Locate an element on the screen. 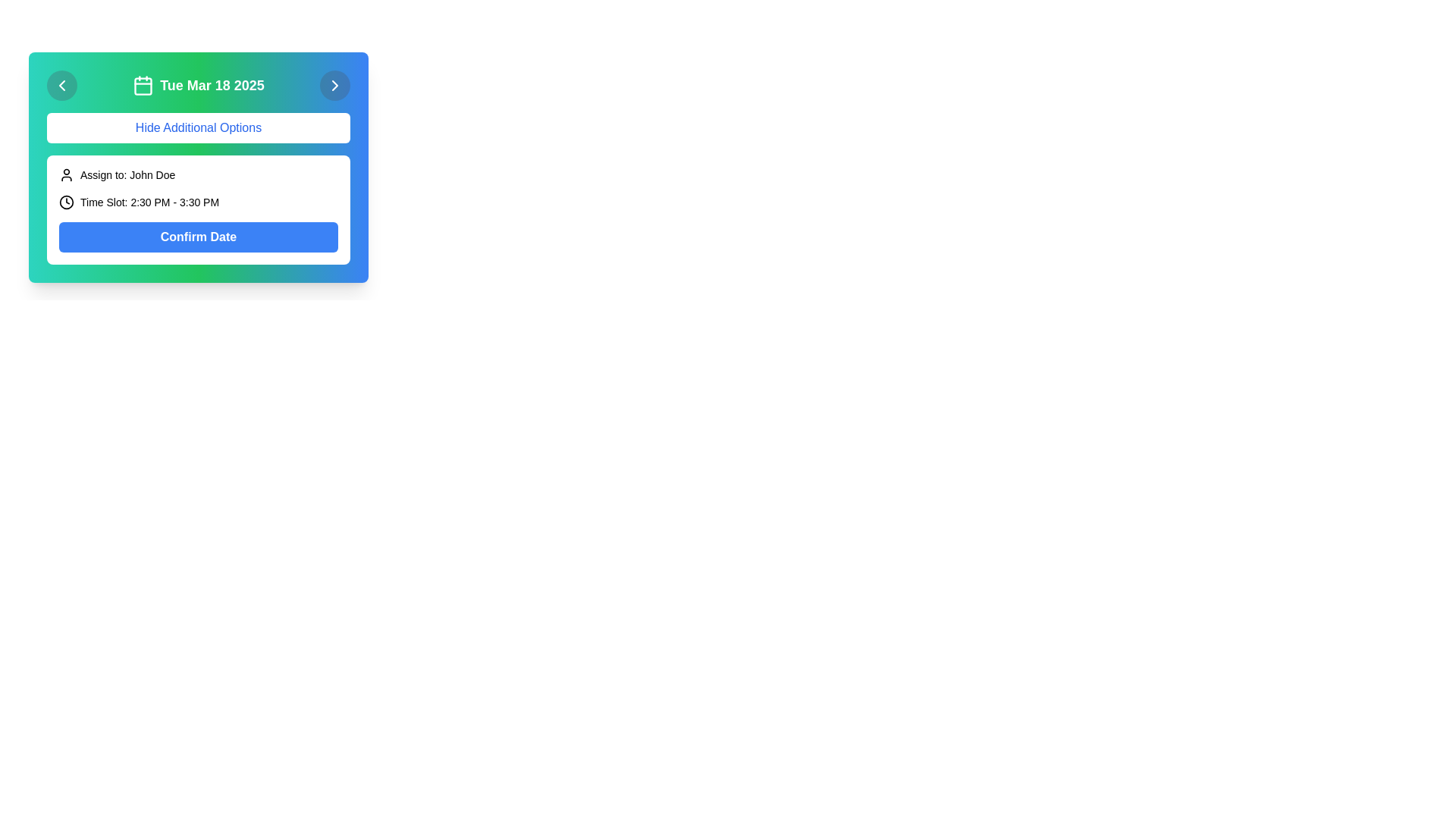 This screenshot has height=819, width=1456. the clock icon located at the leftmost part of the 'Time Slot: 2:30 PM - 3:30 PM' section, which visually indicates the time-related nature of the adjoining text is located at coordinates (65, 201).